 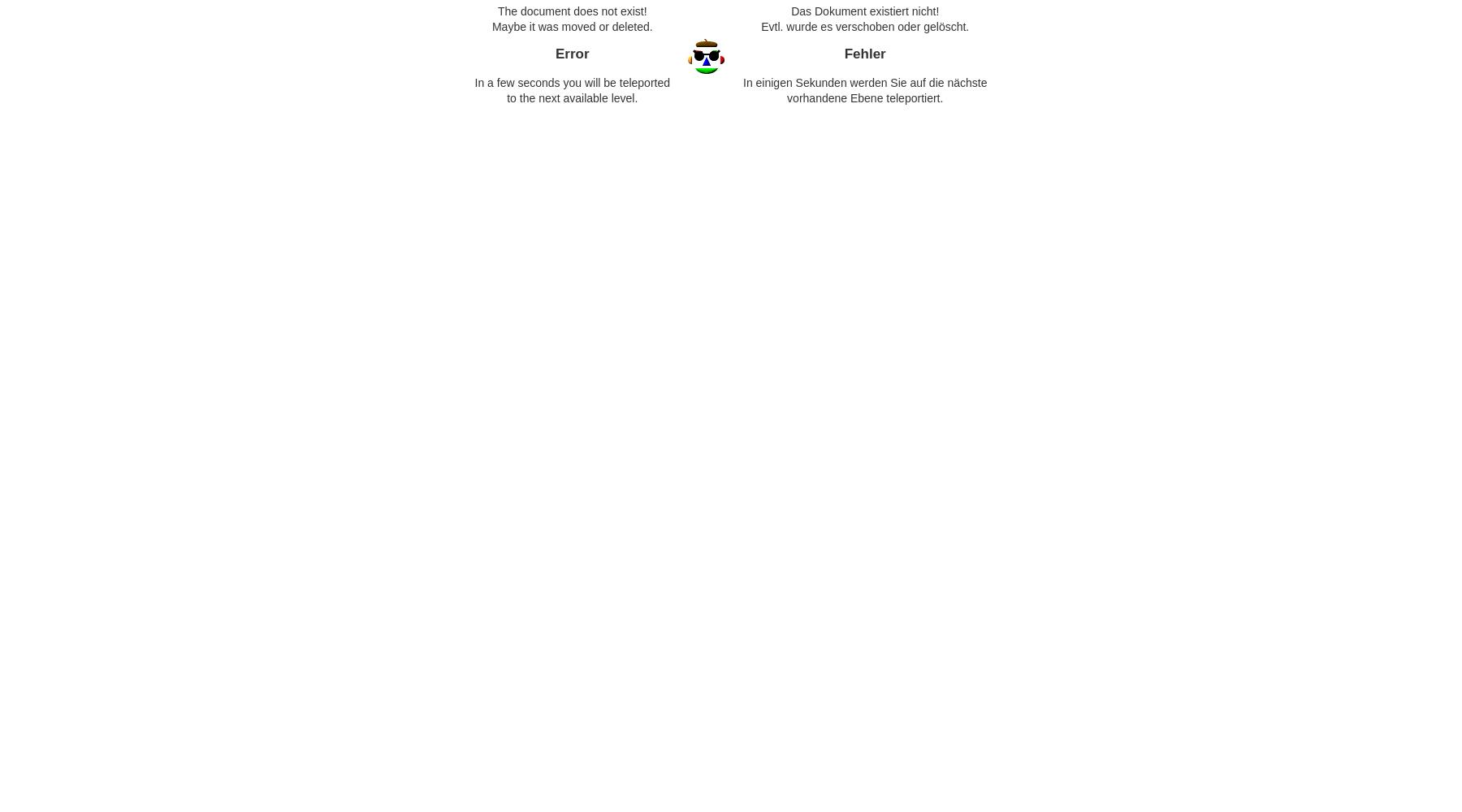 What do you see at coordinates (864, 53) in the screenshot?
I see `'Fehler'` at bounding box center [864, 53].